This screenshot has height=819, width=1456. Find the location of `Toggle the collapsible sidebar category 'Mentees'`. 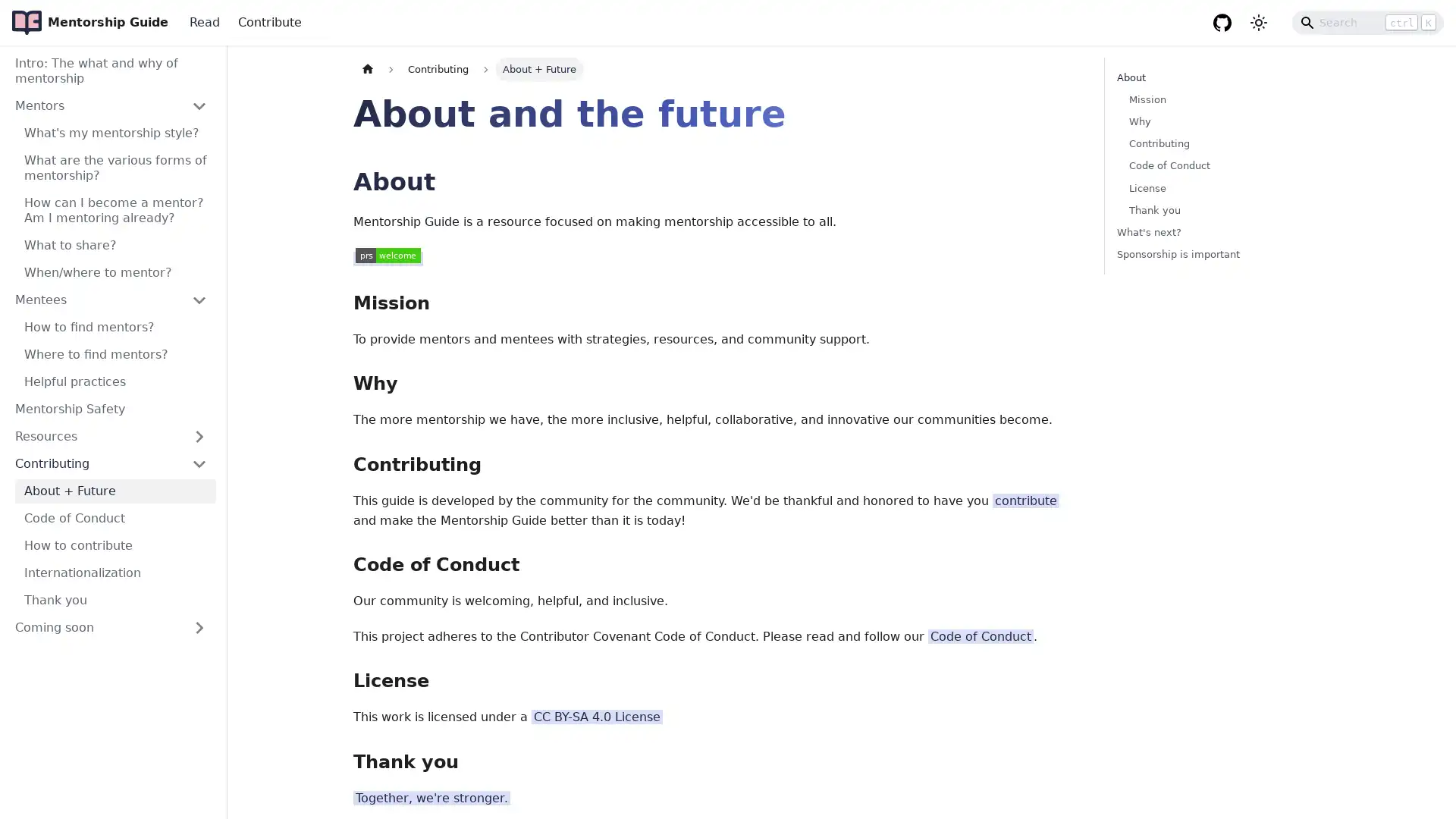

Toggle the collapsible sidebar category 'Mentees' is located at coordinates (199, 300).